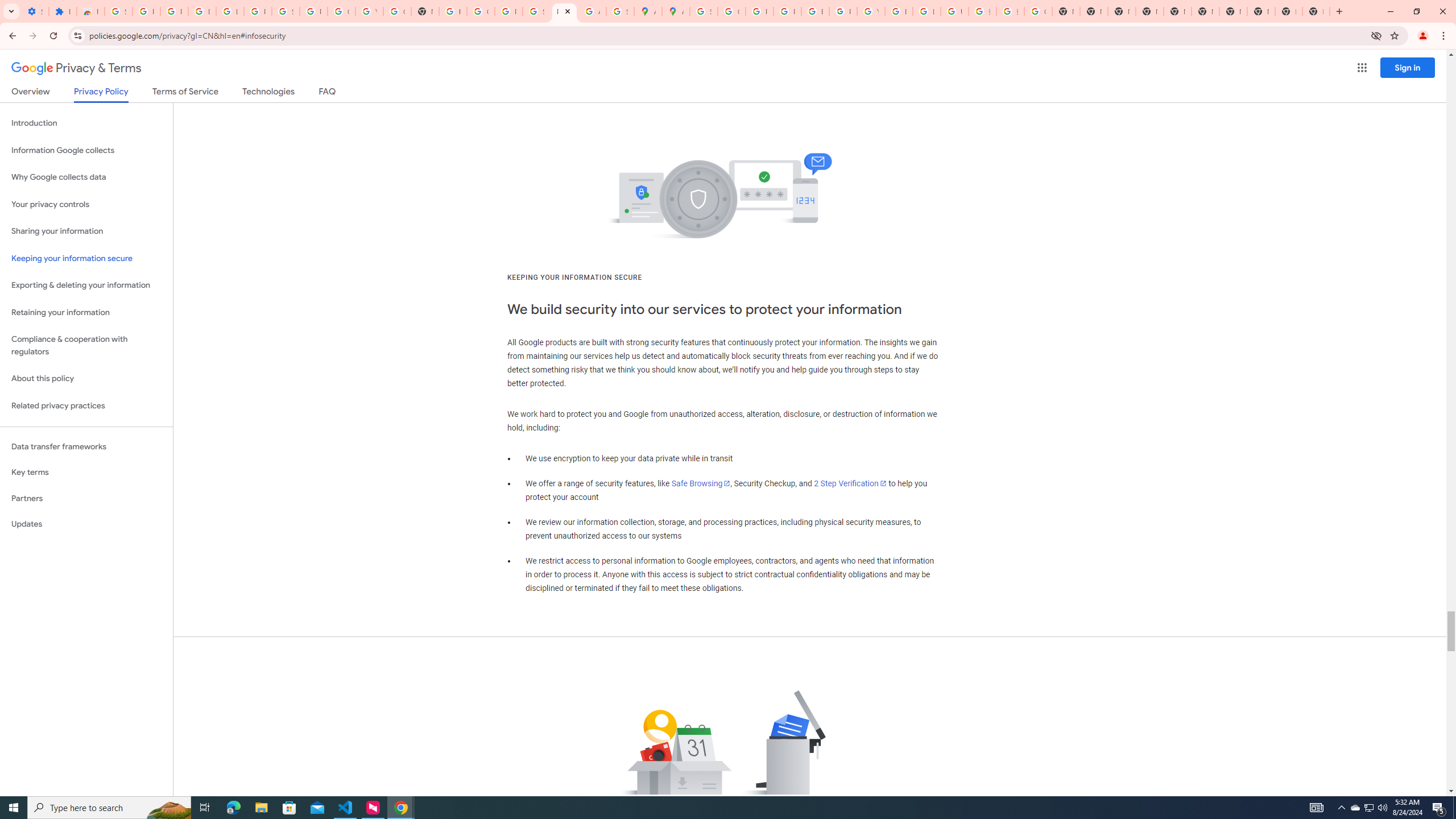  I want to click on 'Safe Browsing', so click(700, 483).